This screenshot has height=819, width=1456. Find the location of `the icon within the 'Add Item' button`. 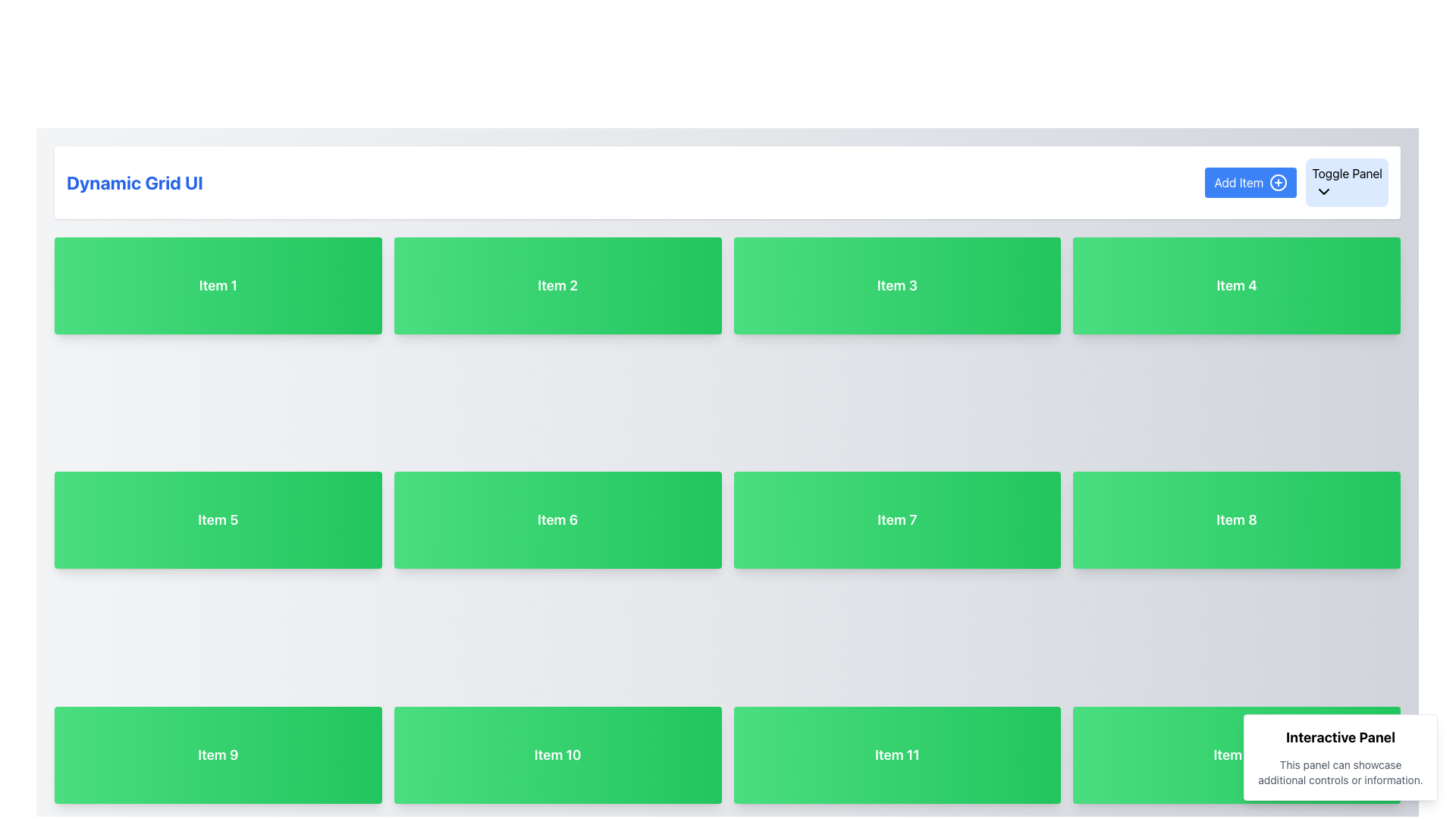

the icon within the 'Add Item' button is located at coordinates (1278, 181).